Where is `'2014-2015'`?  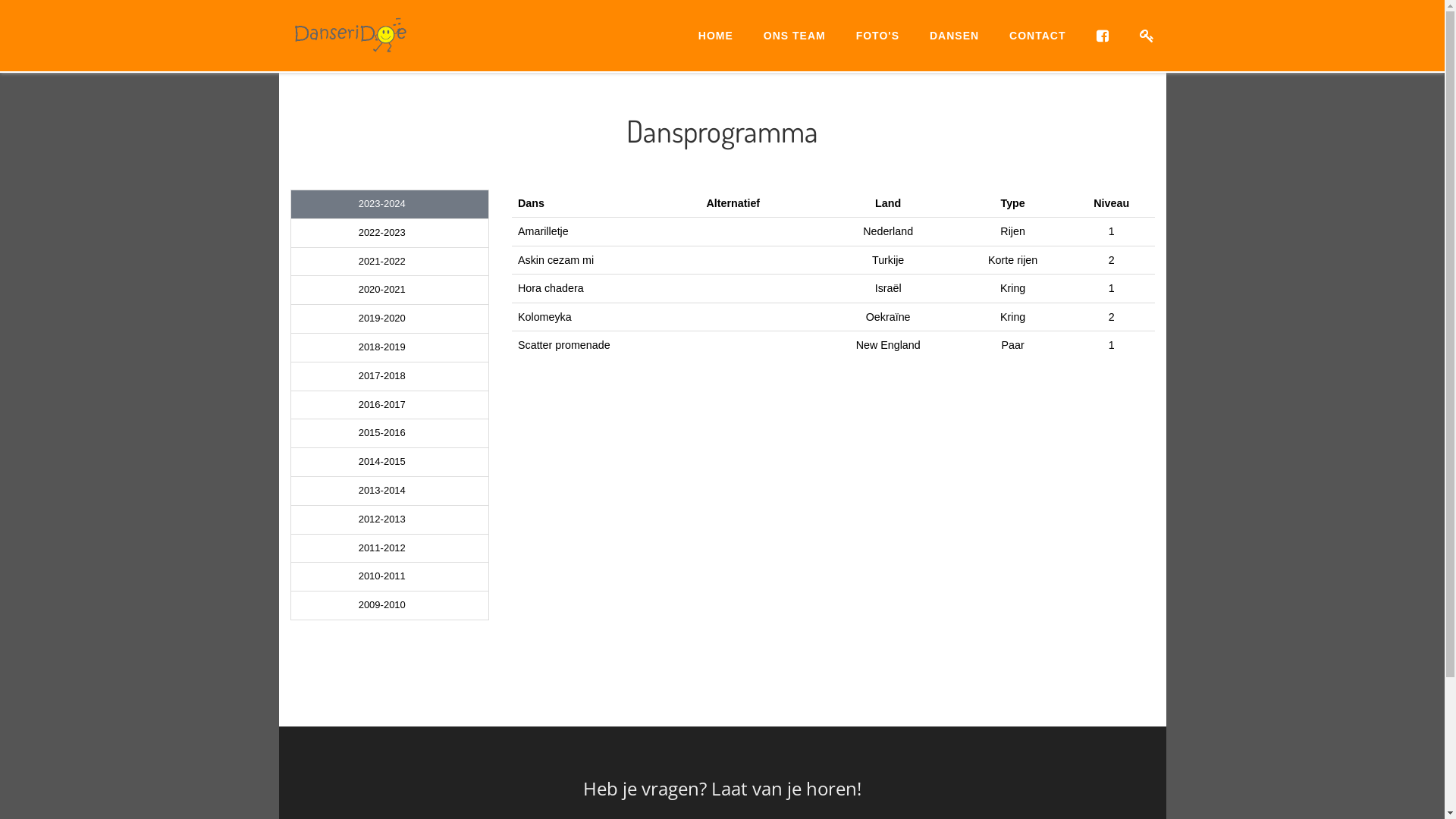 '2014-2015' is located at coordinates (390, 461).